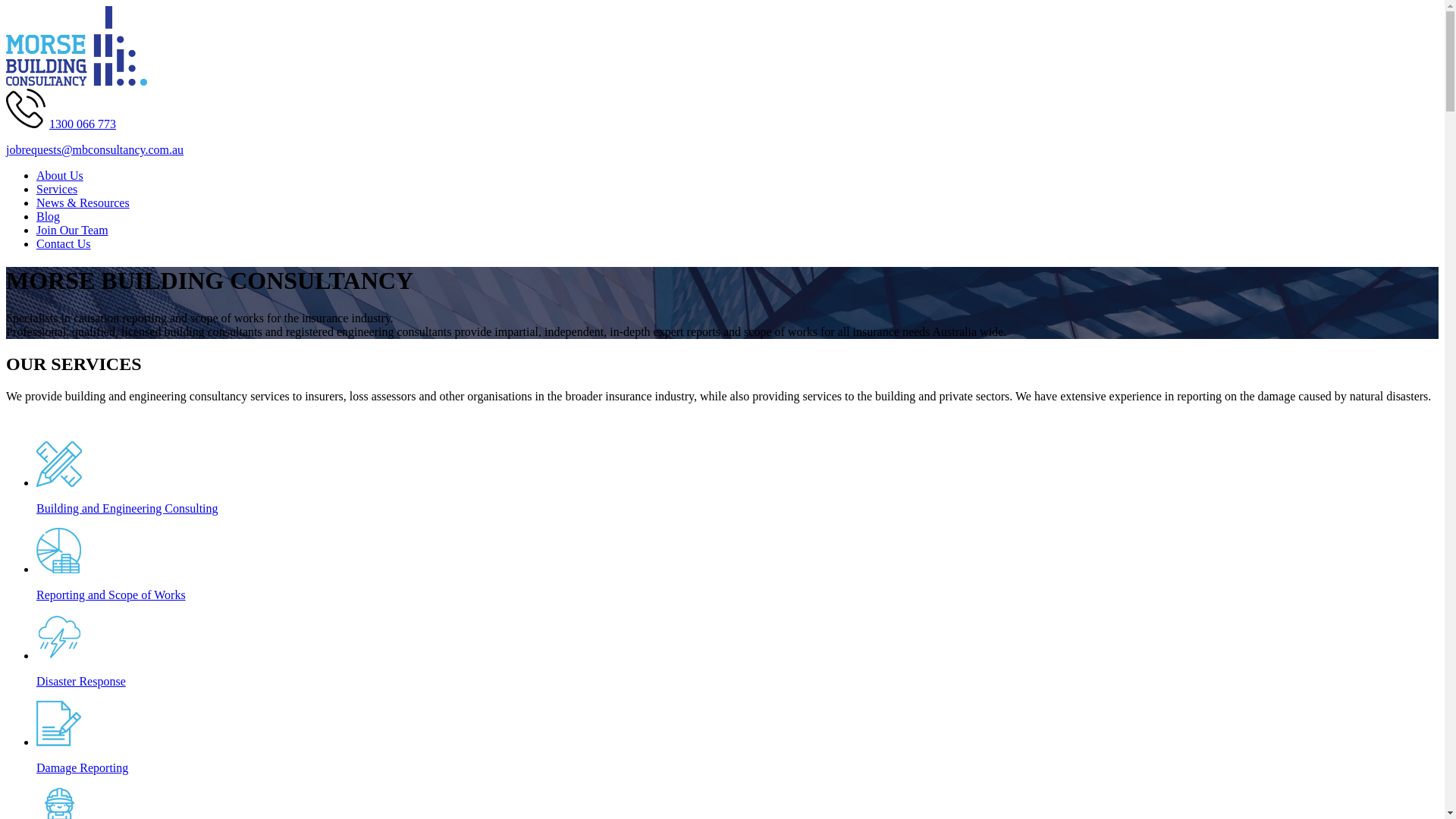  Describe the element at coordinates (737, 581) in the screenshot. I see `'Reporting and Scope of Works'` at that location.